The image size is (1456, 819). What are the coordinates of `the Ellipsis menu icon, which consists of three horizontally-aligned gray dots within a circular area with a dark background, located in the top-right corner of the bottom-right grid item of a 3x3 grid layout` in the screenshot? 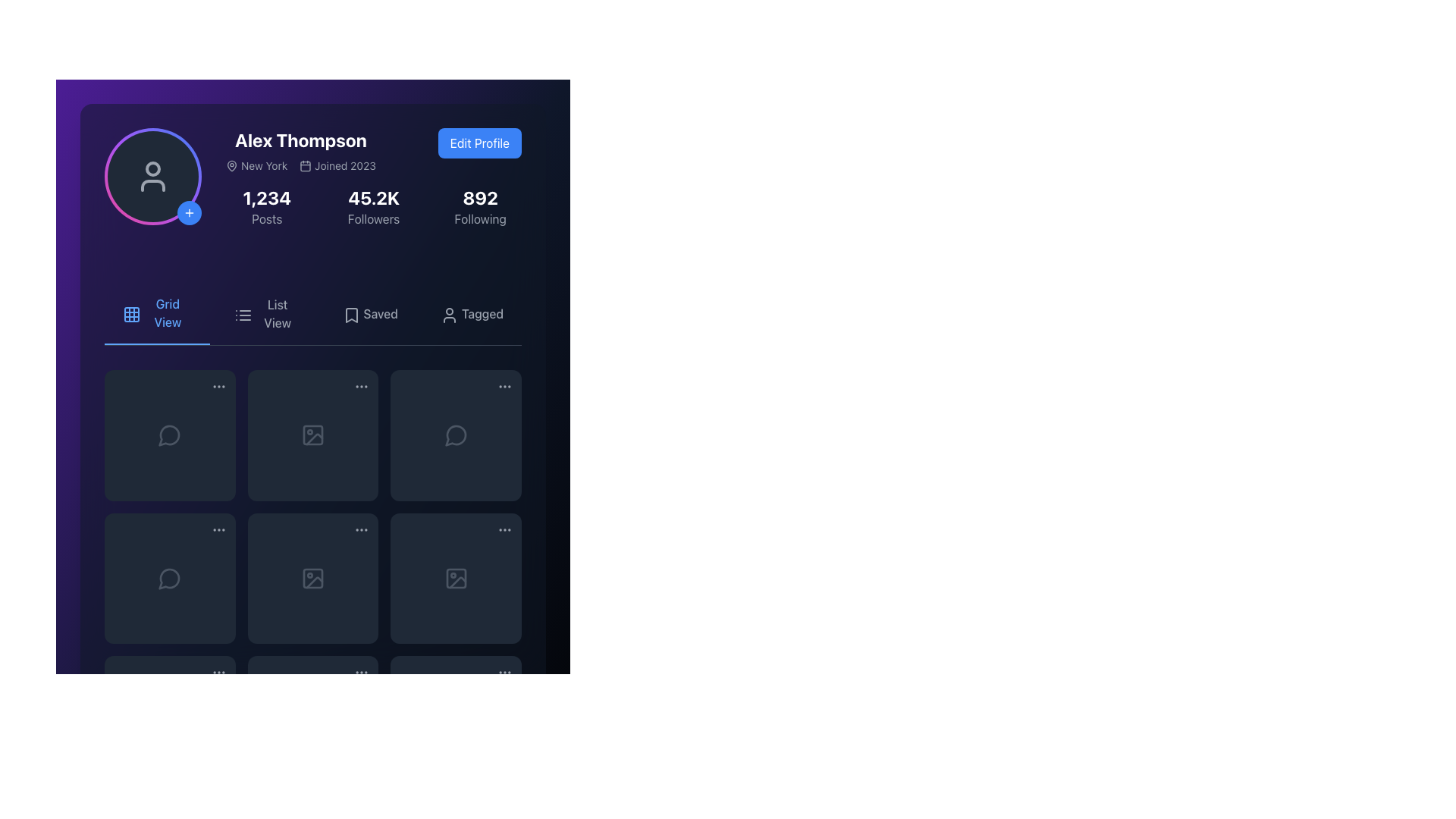 It's located at (218, 673).